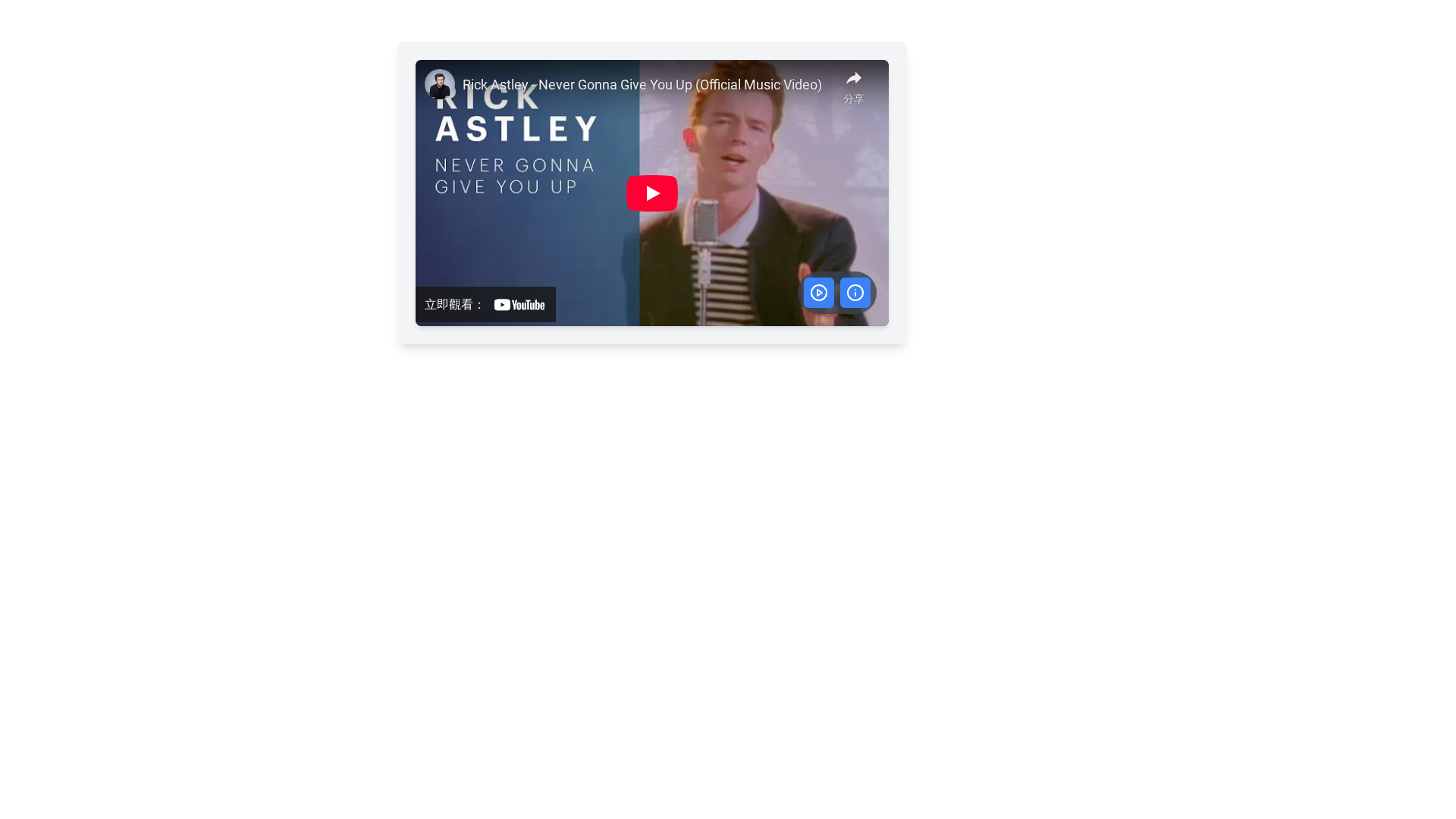 This screenshot has width=1456, height=819. What do you see at coordinates (855, 292) in the screenshot?
I see `the circular blue information icon with an outlined border located at the bottom-right area of the card layout` at bounding box center [855, 292].